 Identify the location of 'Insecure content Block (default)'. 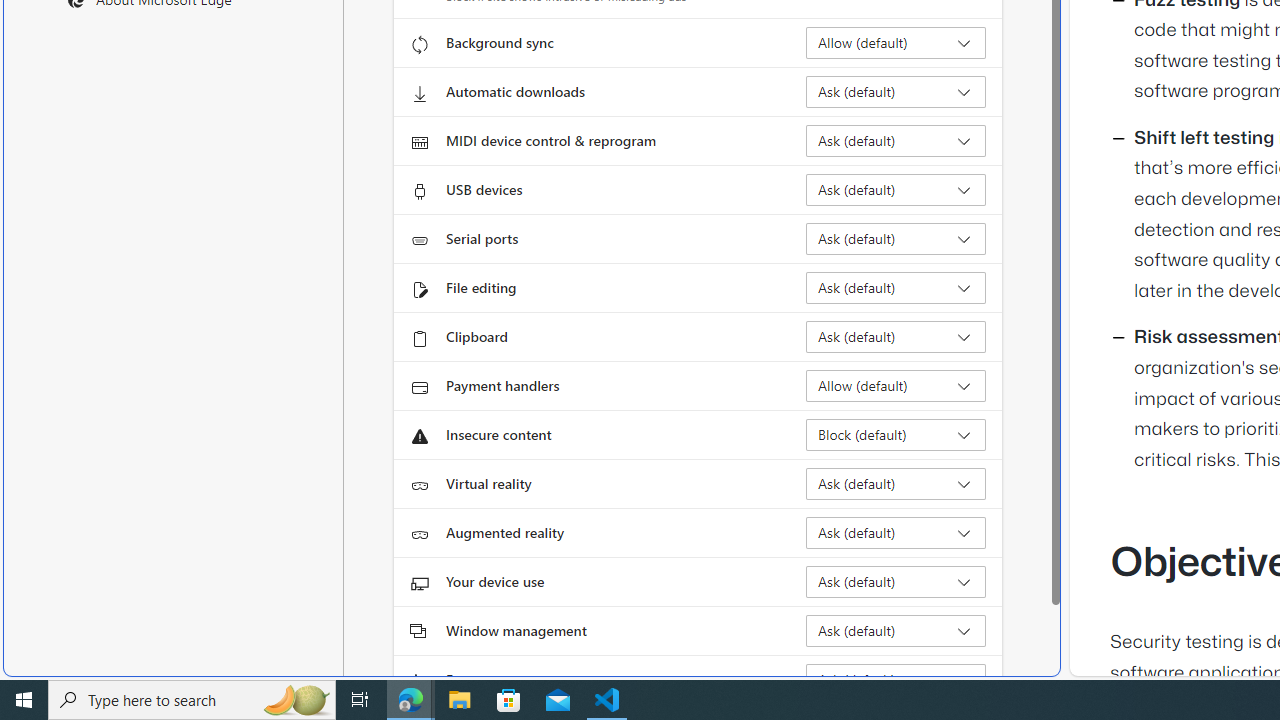
(895, 433).